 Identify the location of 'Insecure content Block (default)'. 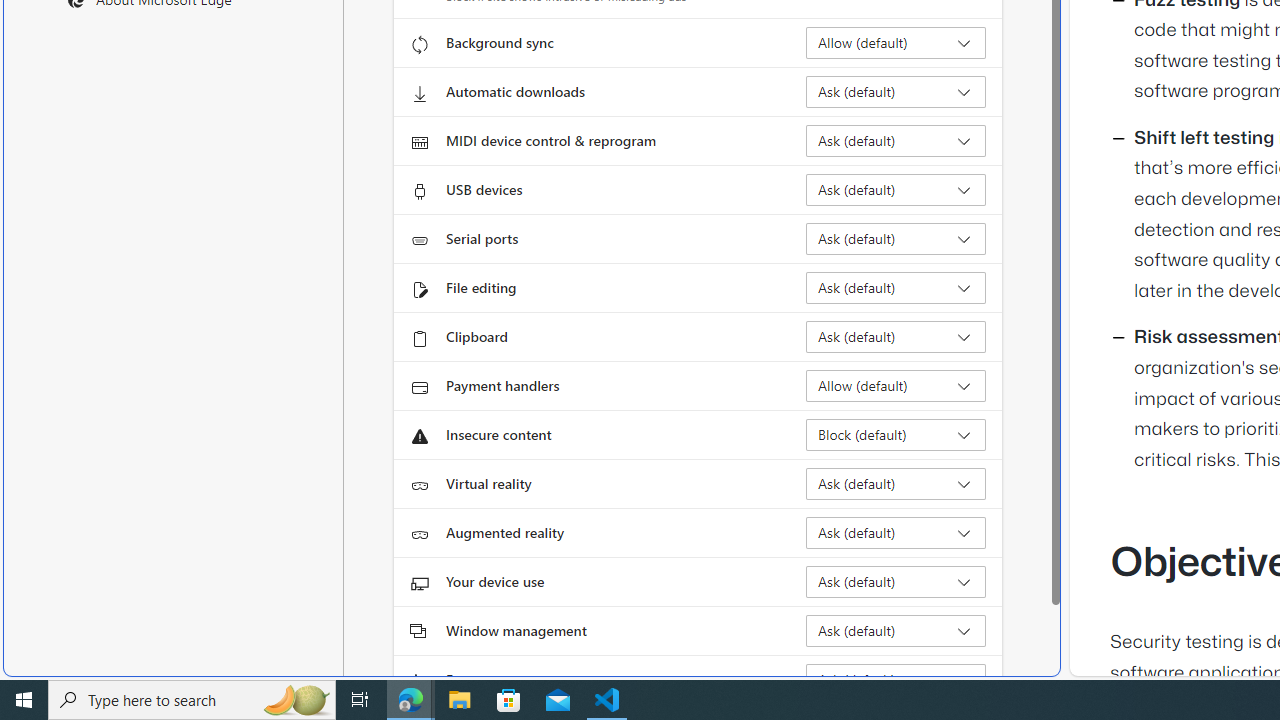
(895, 433).